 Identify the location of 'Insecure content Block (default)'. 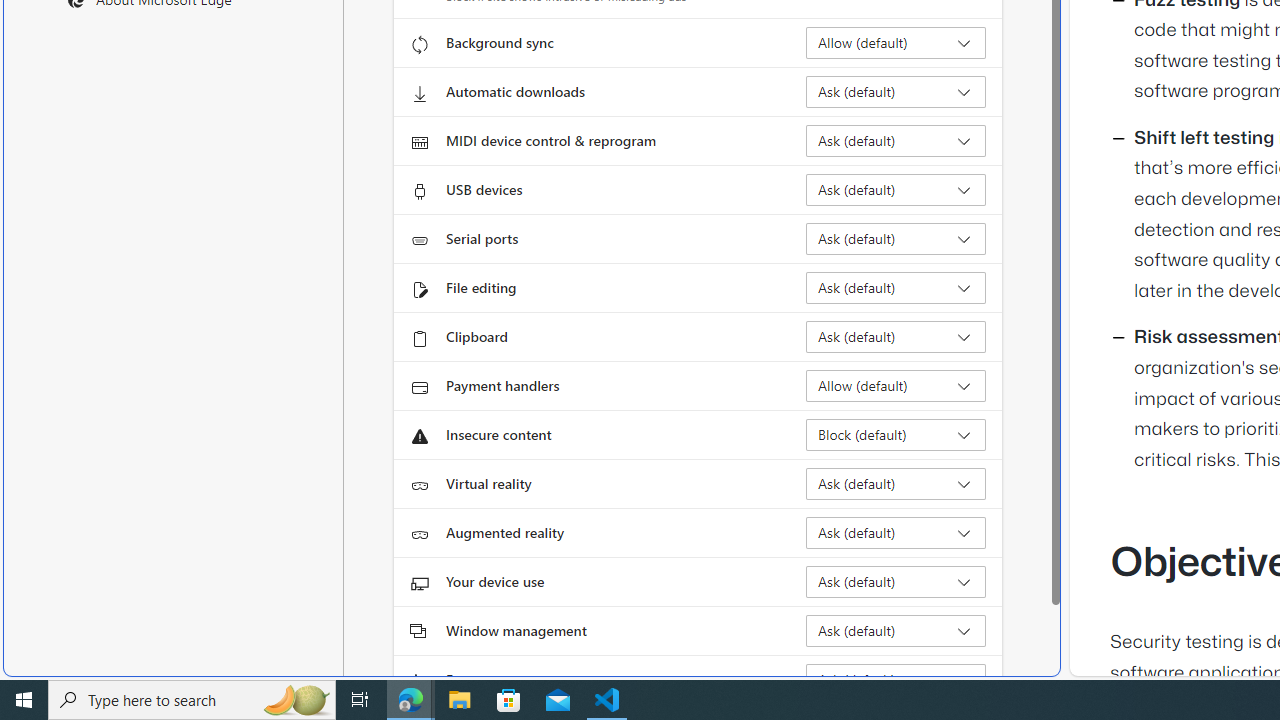
(895, 433).